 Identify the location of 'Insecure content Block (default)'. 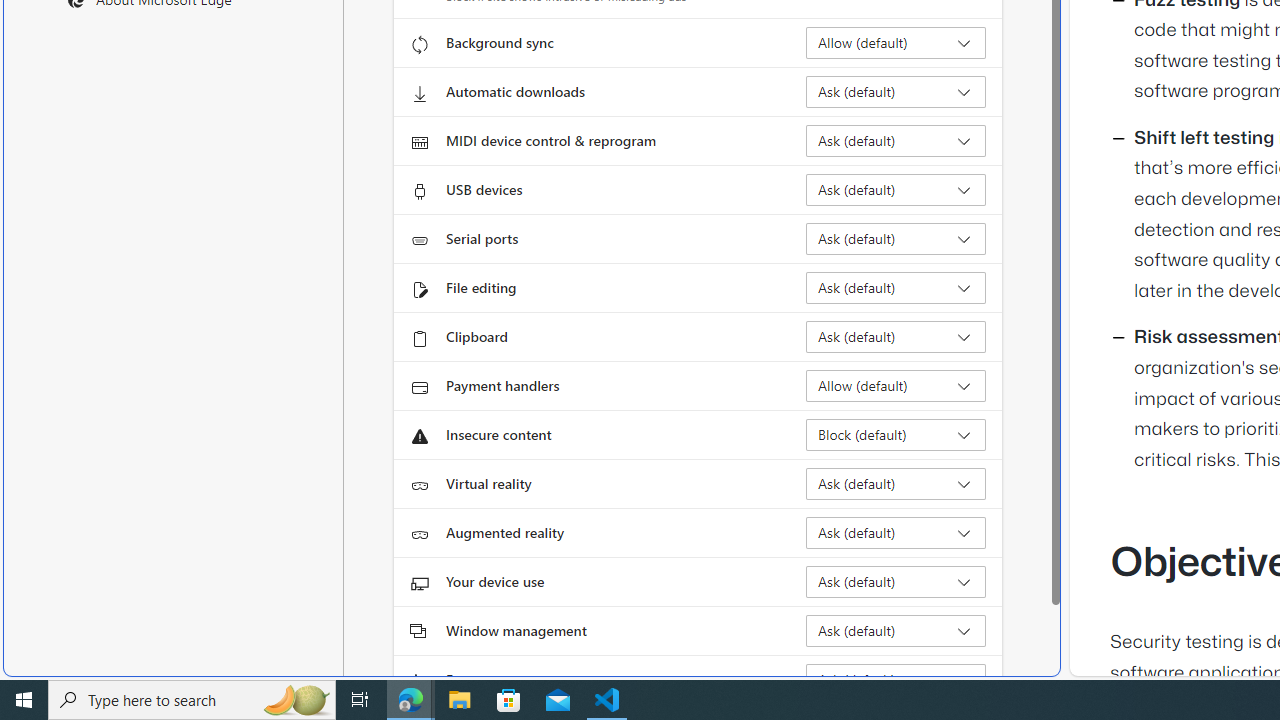
(895, 433).